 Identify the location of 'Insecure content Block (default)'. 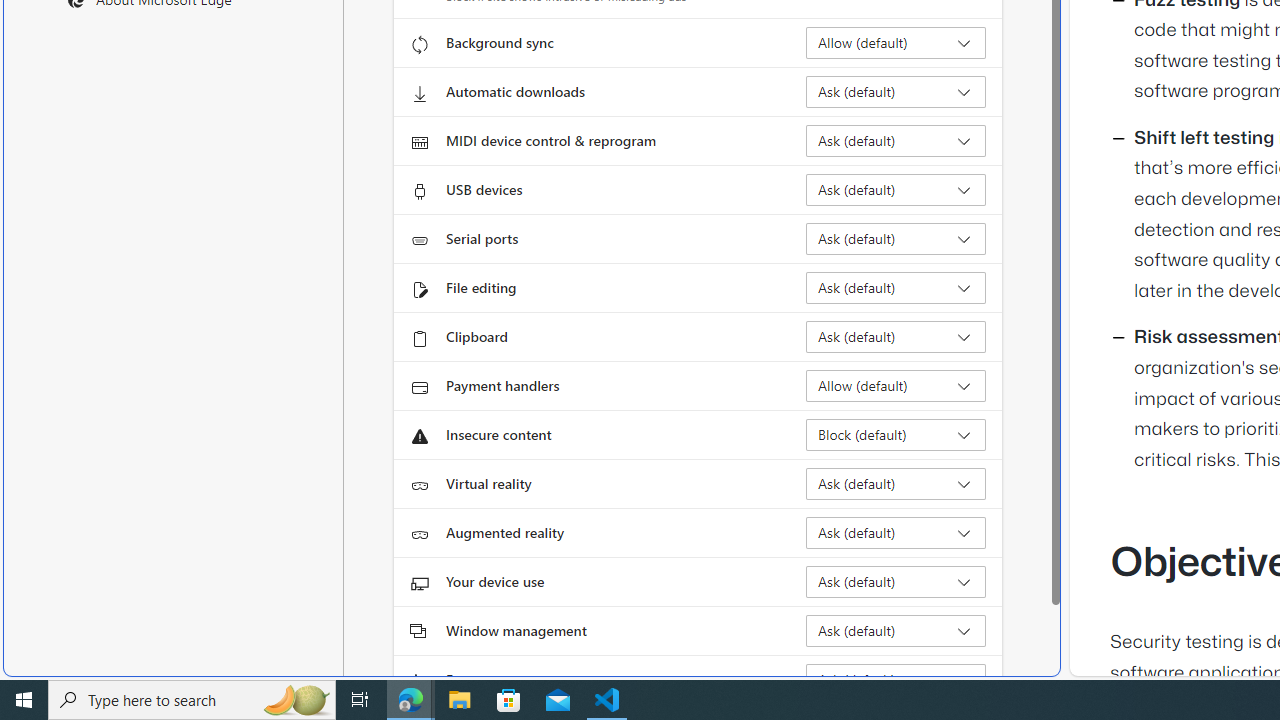
(895, 433).